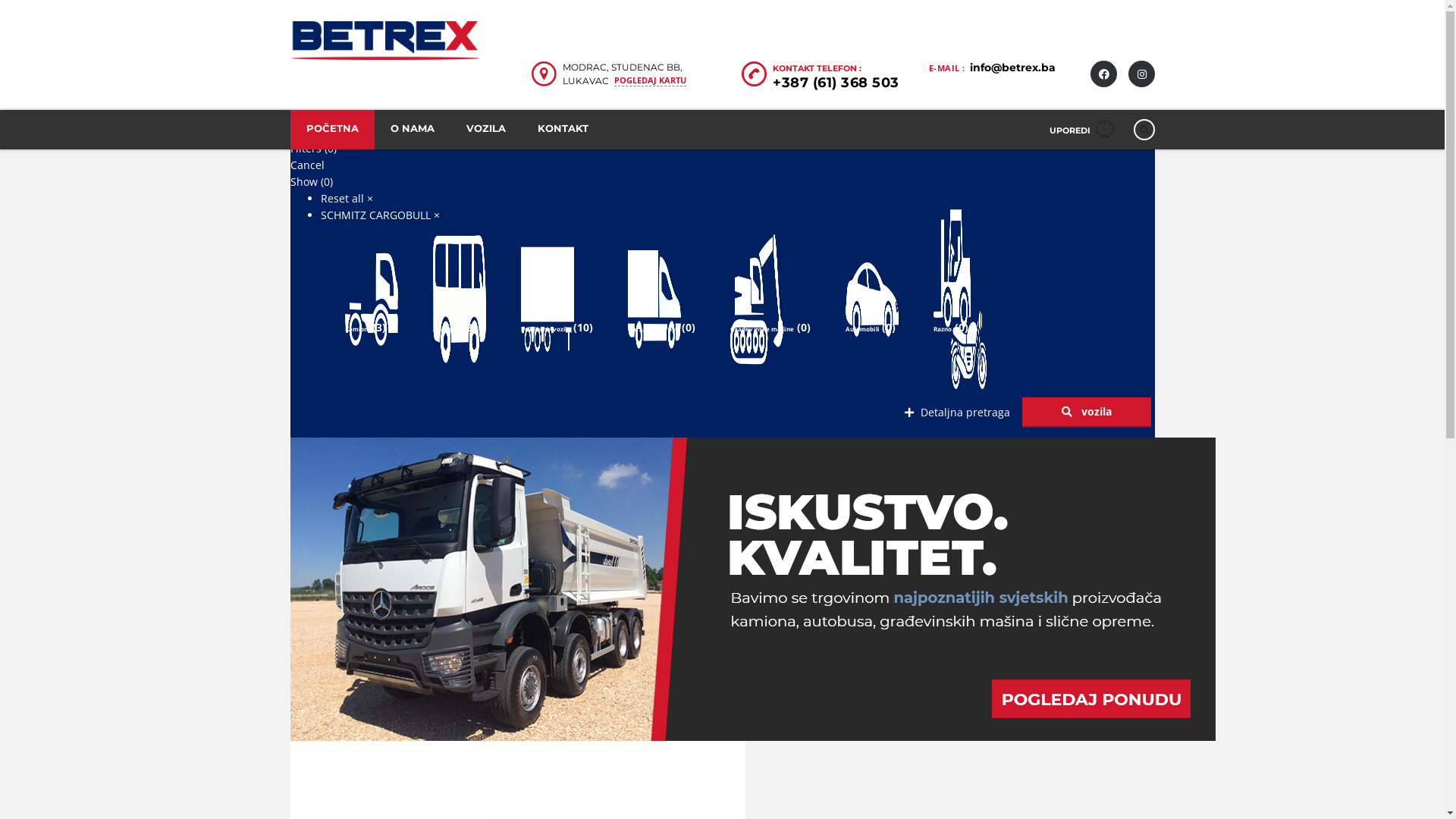  Describe the element at coordinates (290, 148) in the screenshot. I see `'Filters (0)'` at that location.